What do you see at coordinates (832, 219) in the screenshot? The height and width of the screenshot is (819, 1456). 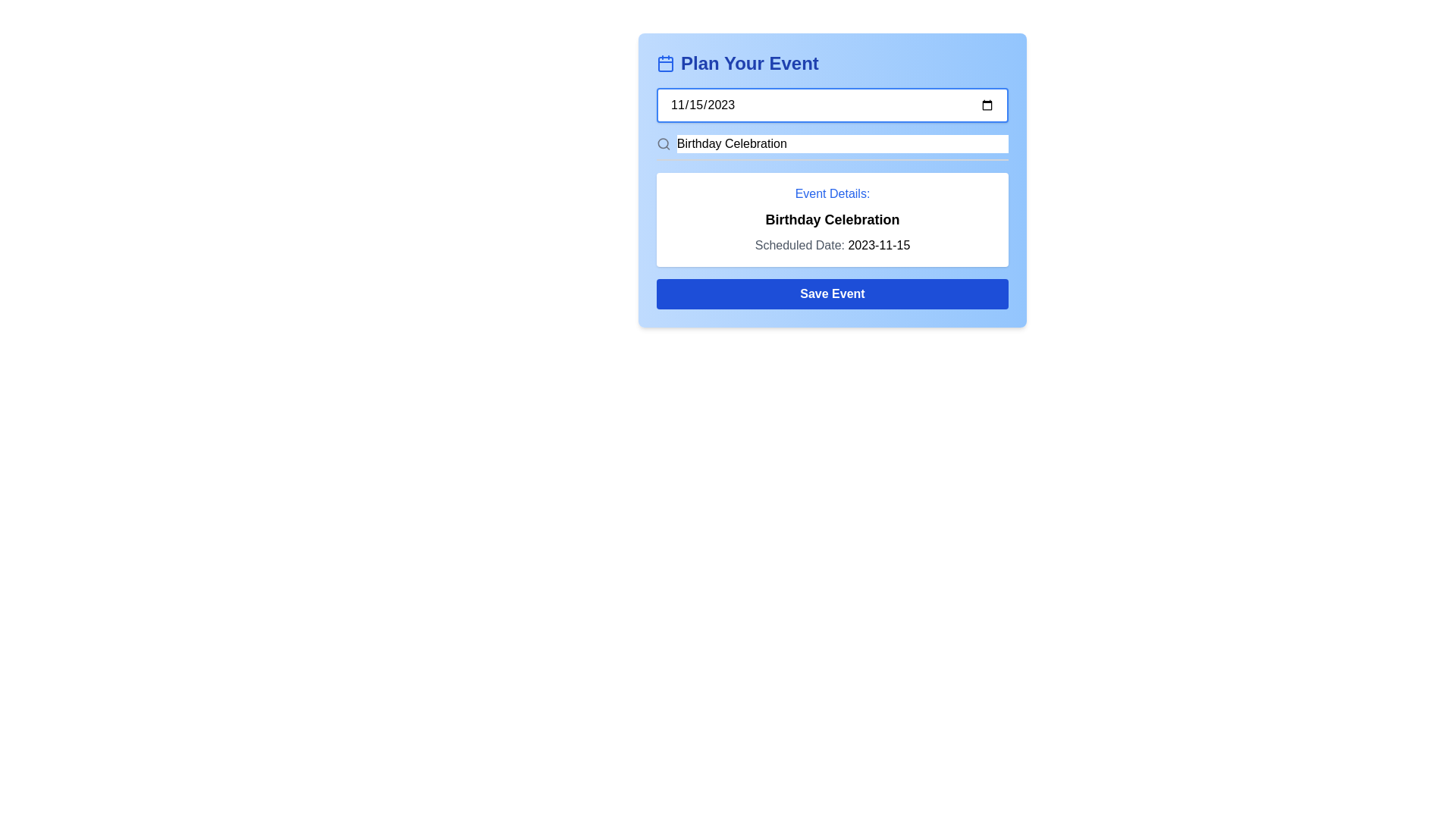 I see `the text label reading 'Birthday Celebration', which is styled prominently as a headline and is located below the 'Event Details:' heading` at bounding box center [832, 219].